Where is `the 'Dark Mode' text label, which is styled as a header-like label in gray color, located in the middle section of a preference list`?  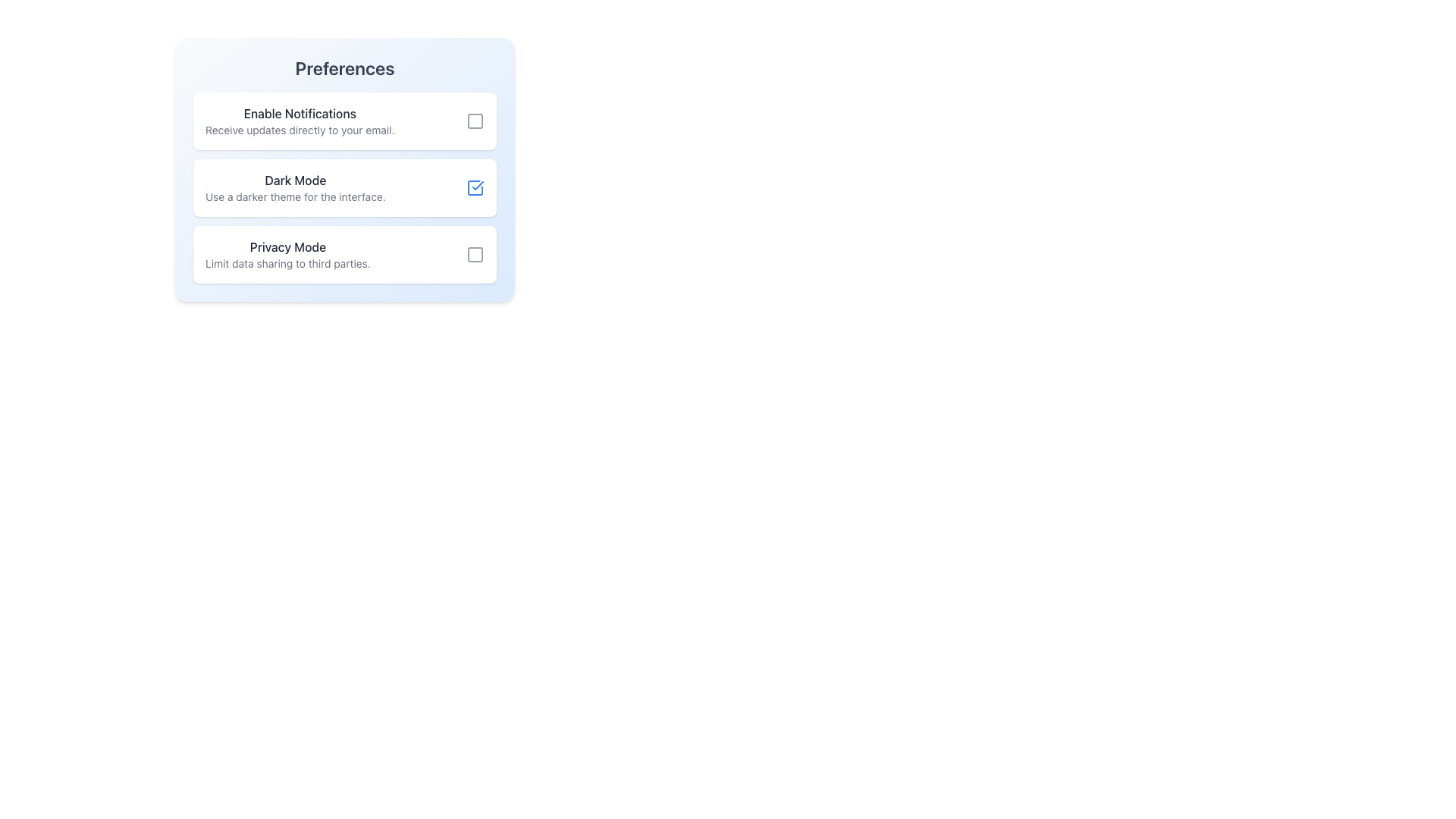
the 'Dark Mode' text label, which is styled as a header-like label in gray color, located in the middle section of a preference list is located at coordinates (295, 180).